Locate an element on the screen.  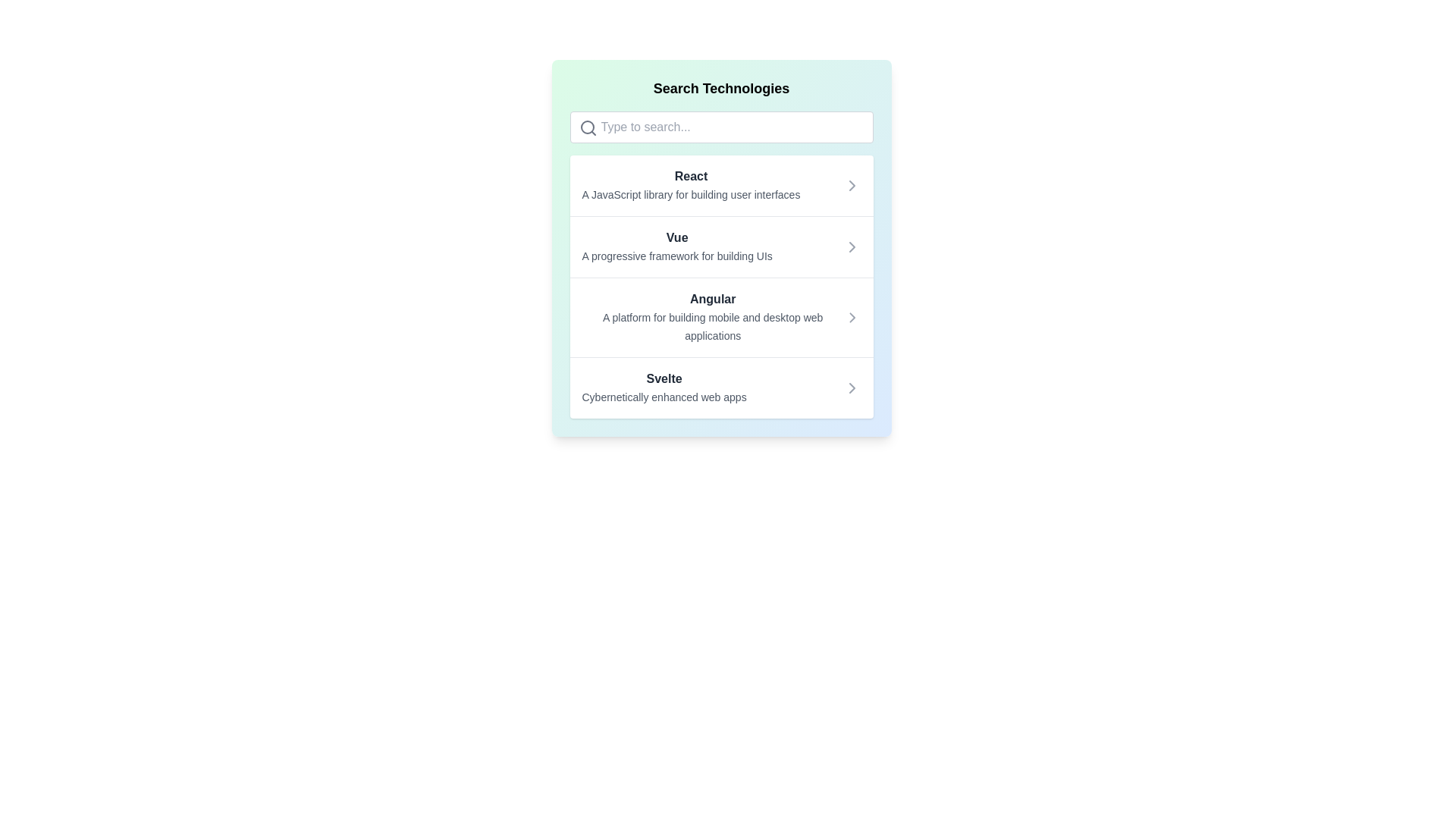
the rightward-facing chevron icon next to the 'Vue' item in the 'Search Technologies' panel is located at coordinates (852, 246).